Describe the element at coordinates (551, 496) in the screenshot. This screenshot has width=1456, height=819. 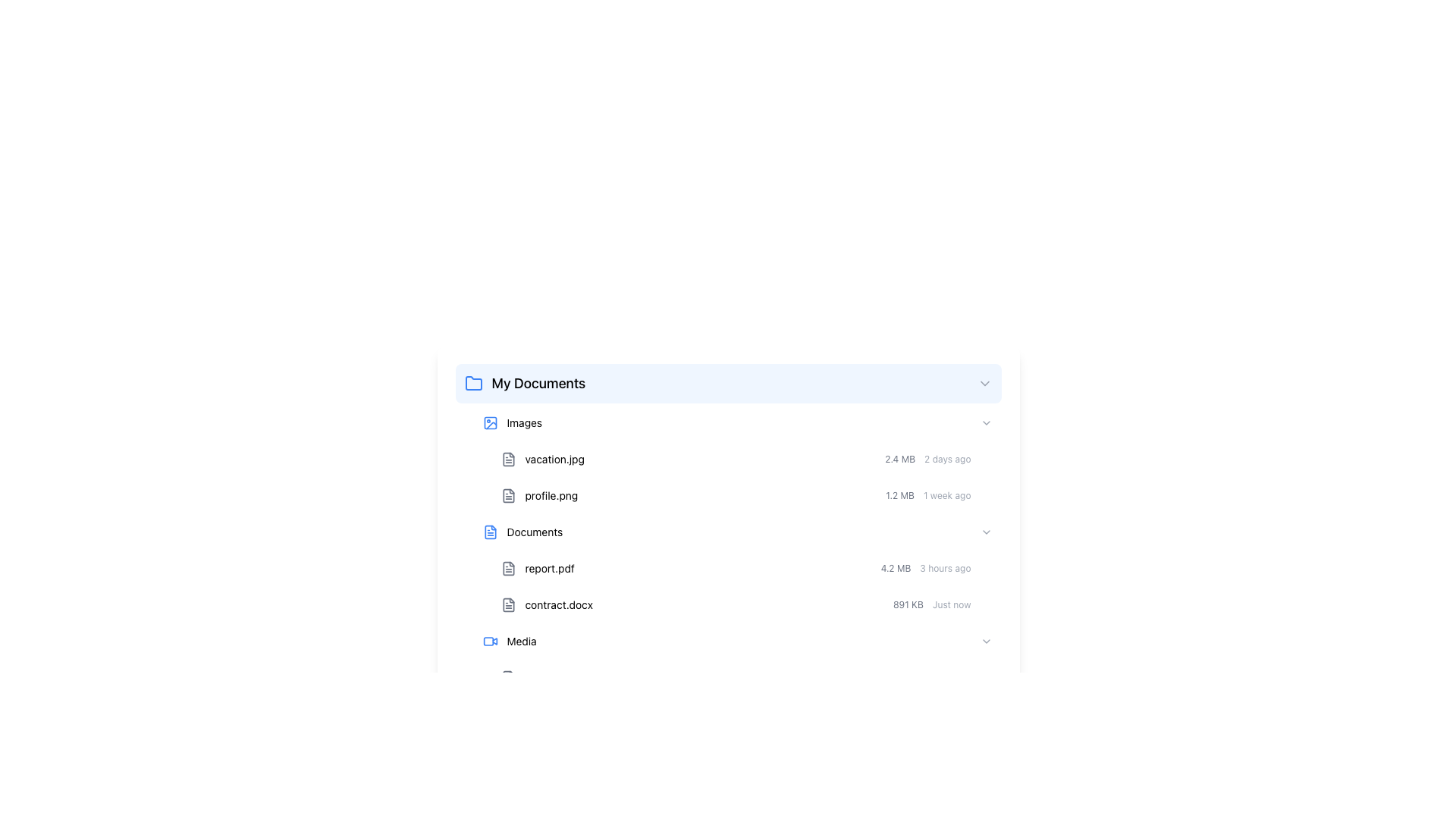
I see `text label displaying the name of the file 'profile.png', which is positioned to the right of the corresponding file icon in the list under 'Images'` at that location.